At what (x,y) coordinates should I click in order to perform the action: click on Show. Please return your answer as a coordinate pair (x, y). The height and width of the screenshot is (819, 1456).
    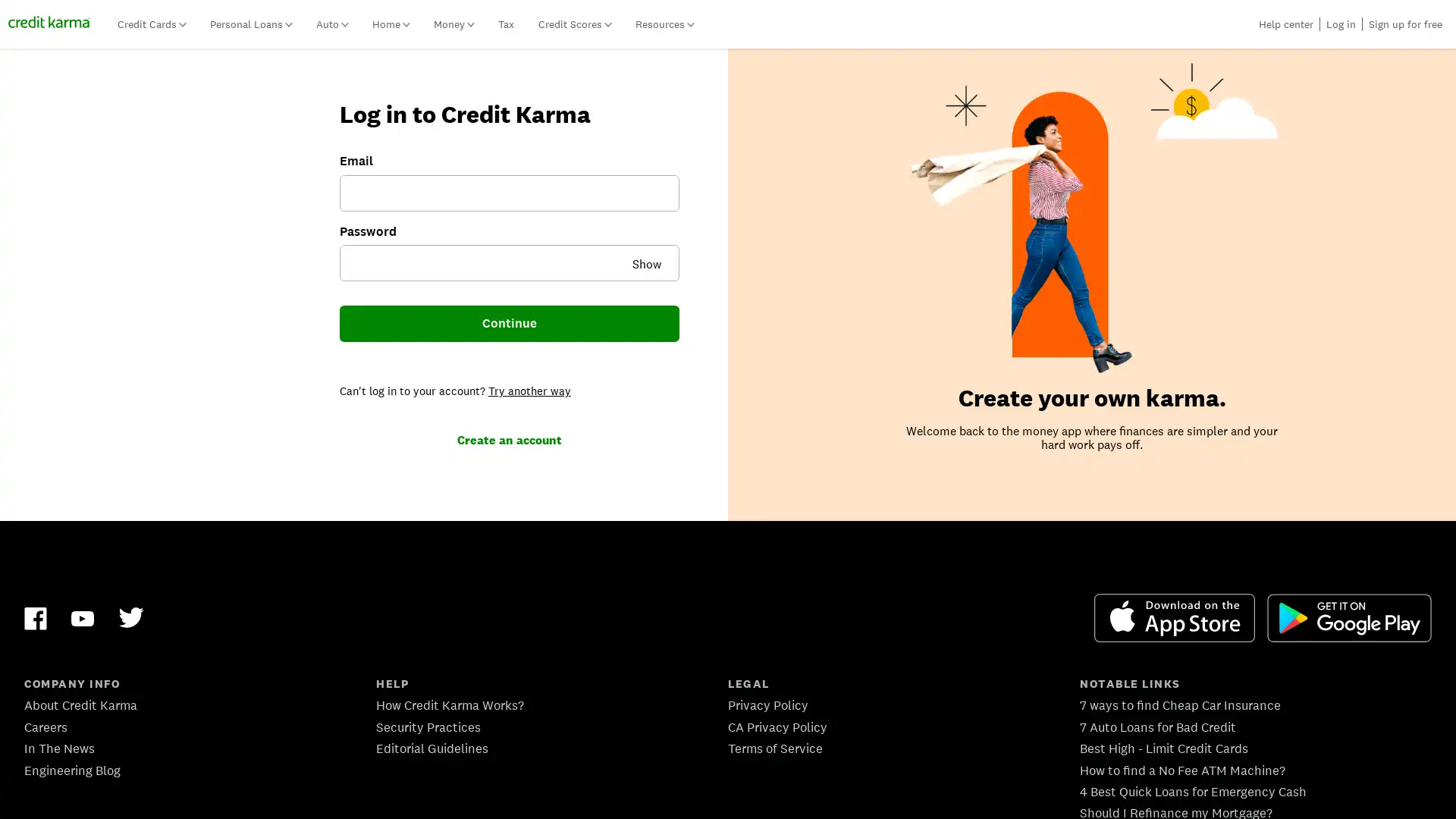
    Looking at the image, I should click on (647, 263).